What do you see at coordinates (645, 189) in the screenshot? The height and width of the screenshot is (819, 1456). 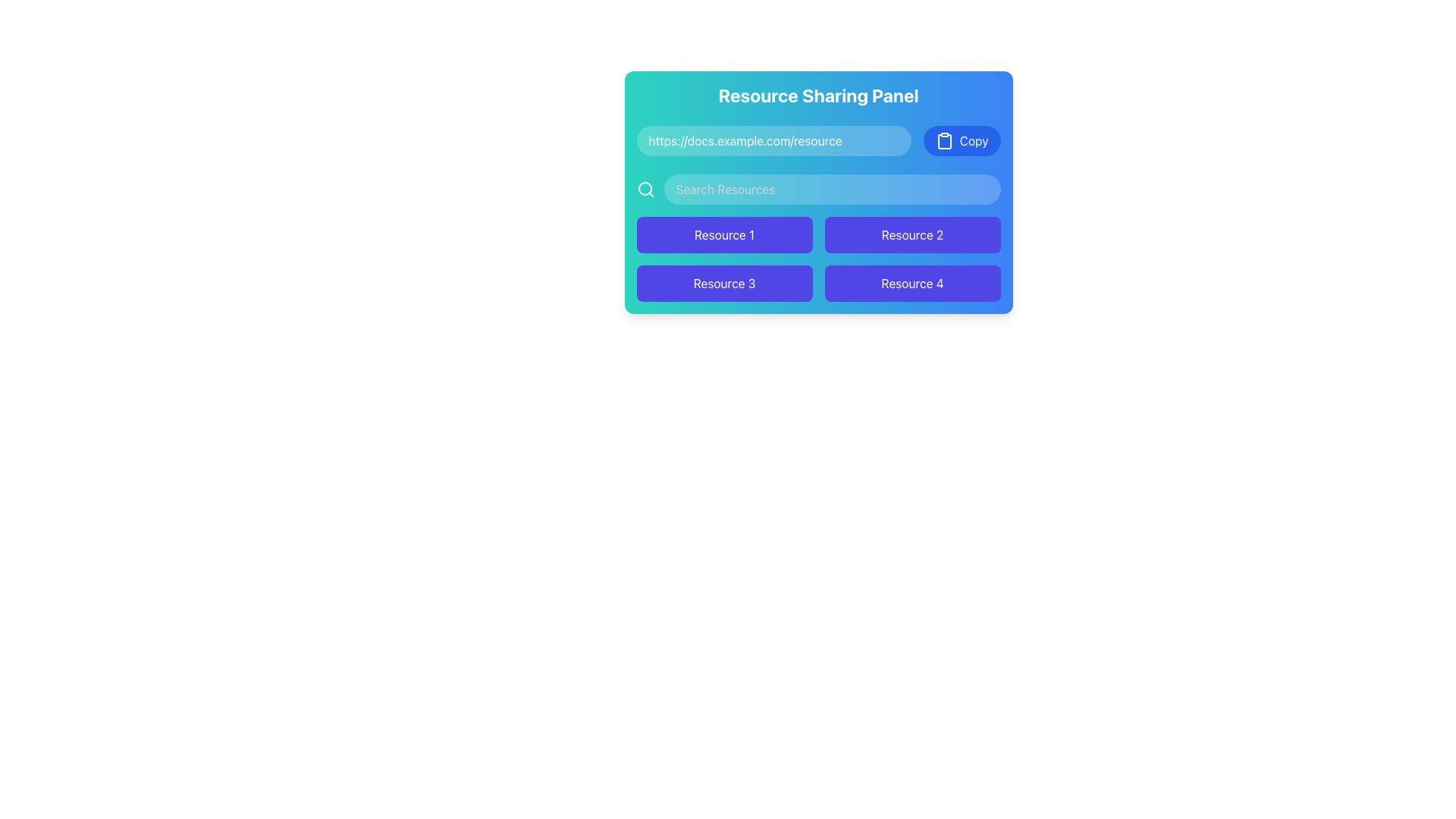 I see `the magnifying glass icon button located` at bounding box center [645, 189].